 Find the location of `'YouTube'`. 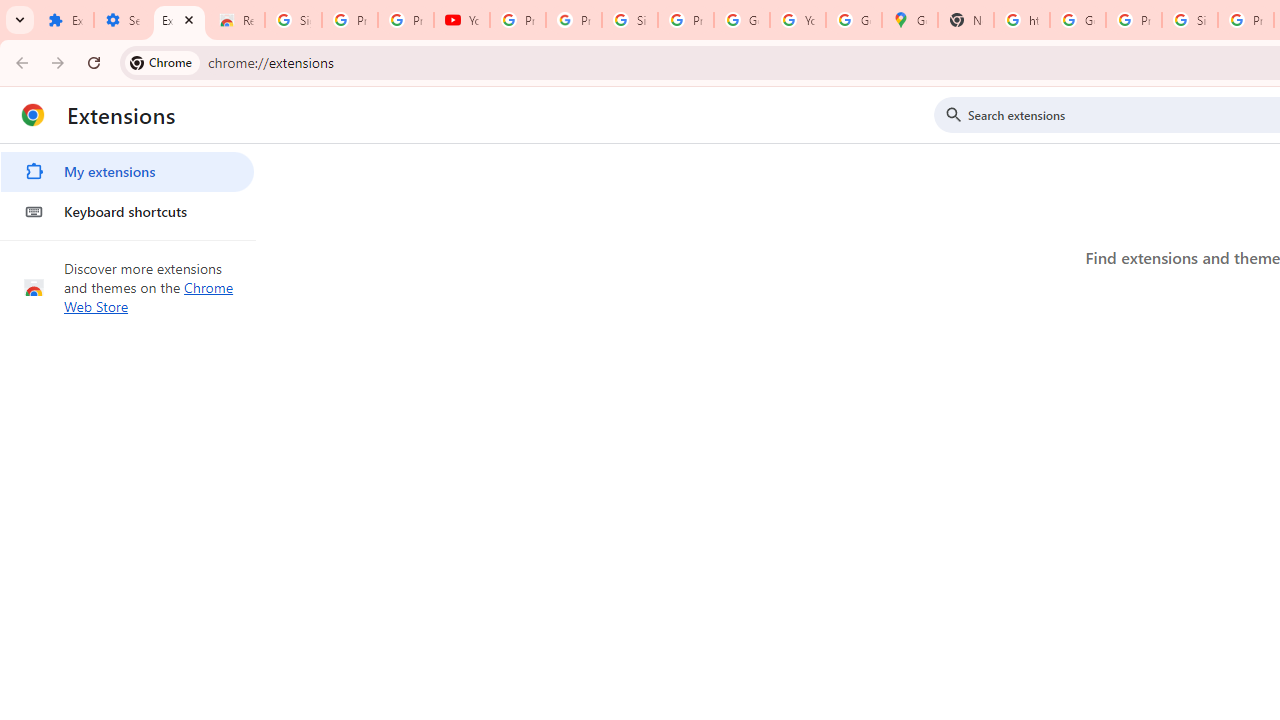

'YouTube' is located at coordinates (461, 20).